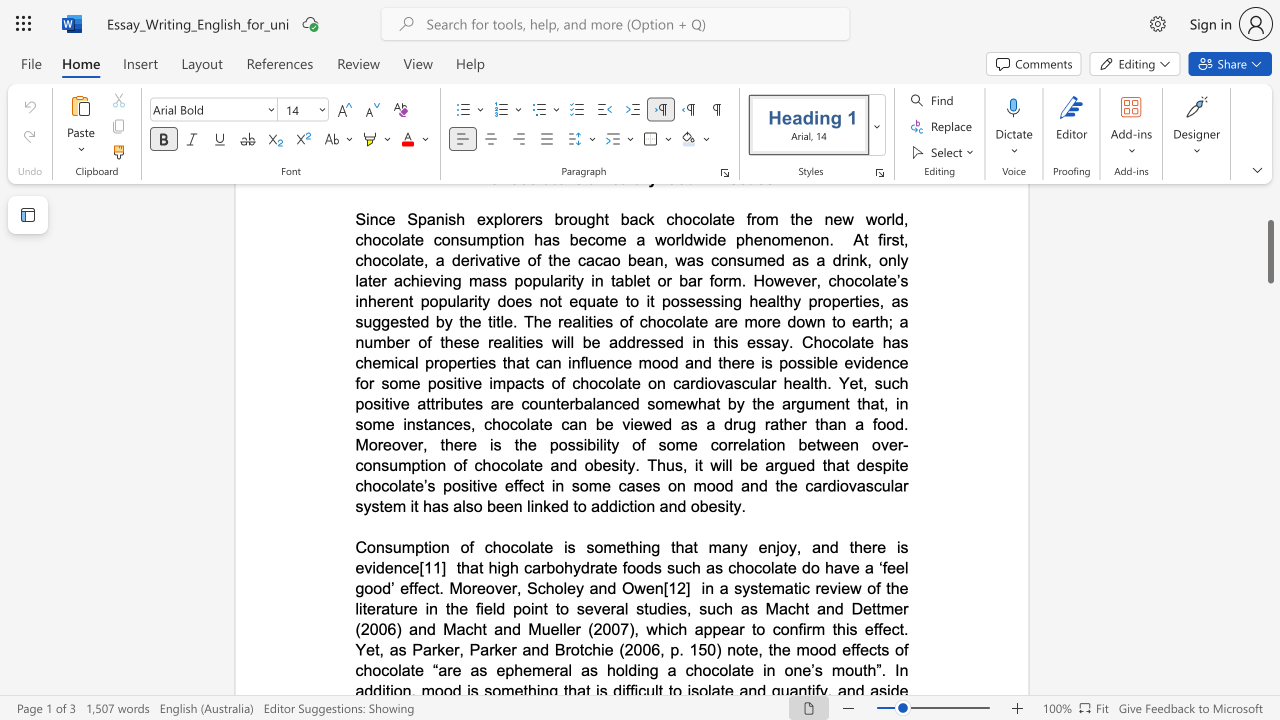  Describe the element at coordinates (1269, 251) in the screenshot. I see `the scrollbar and move up 140 pixels` at that location.